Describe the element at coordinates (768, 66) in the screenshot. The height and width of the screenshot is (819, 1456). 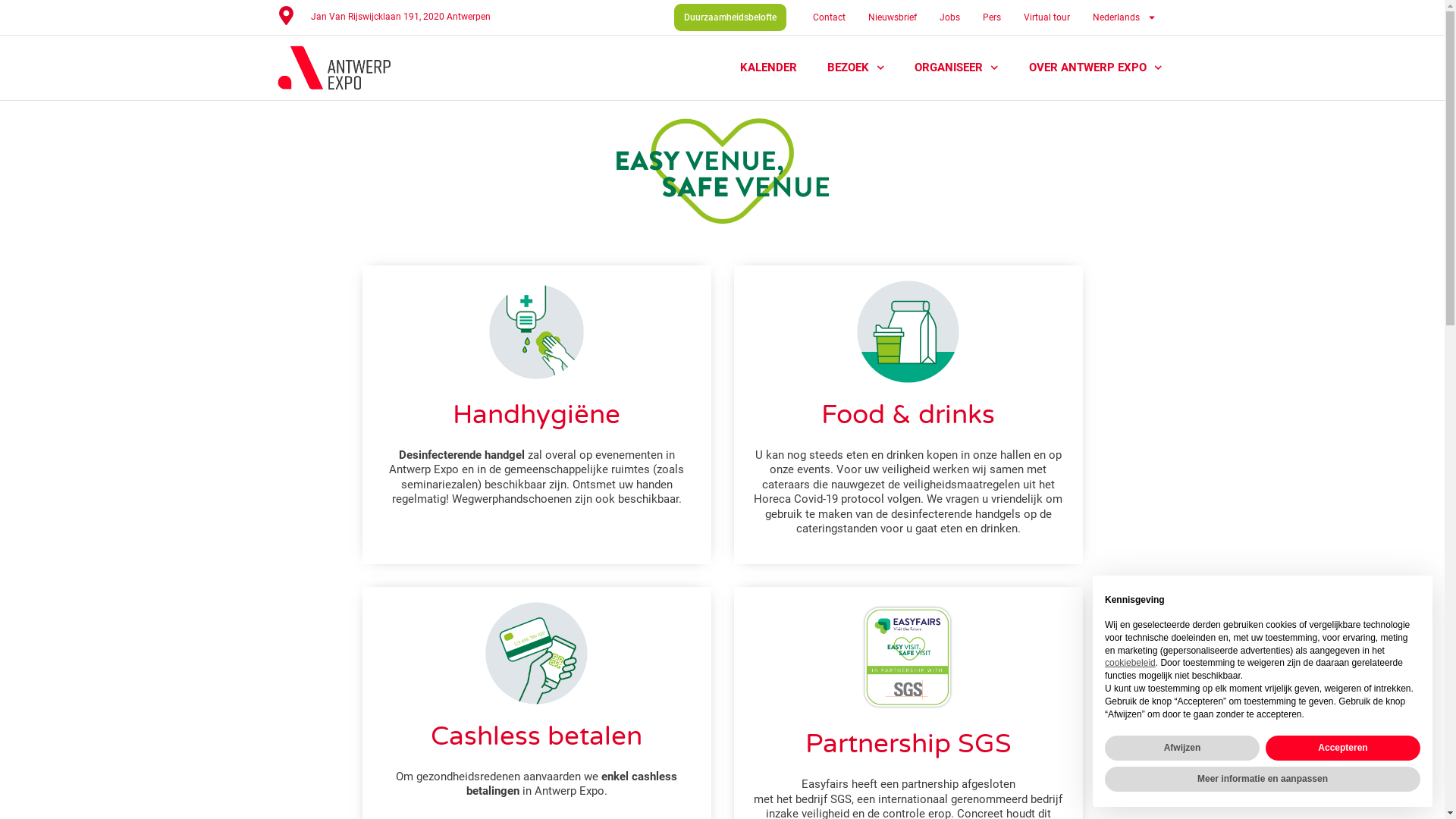
I see `'KALENDER'` at that location.